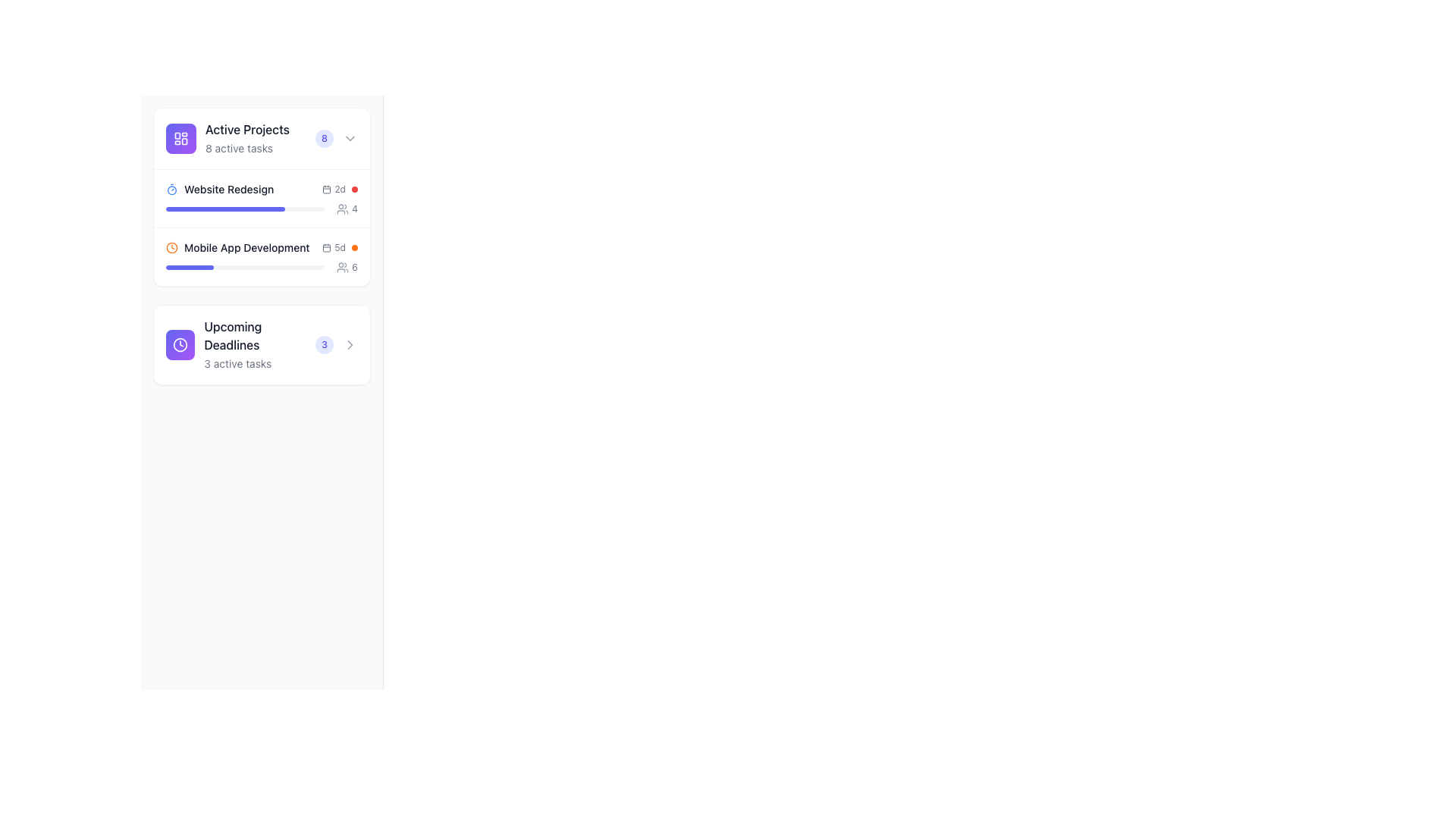 The height and width of the screenshot is (819, 1456). I want to click on the text or icon of the composite element indicating the remaining time (5 days) before the deadline in the 'Mobile App Development' section of the 'Active Projects' card, so click(339, 247).